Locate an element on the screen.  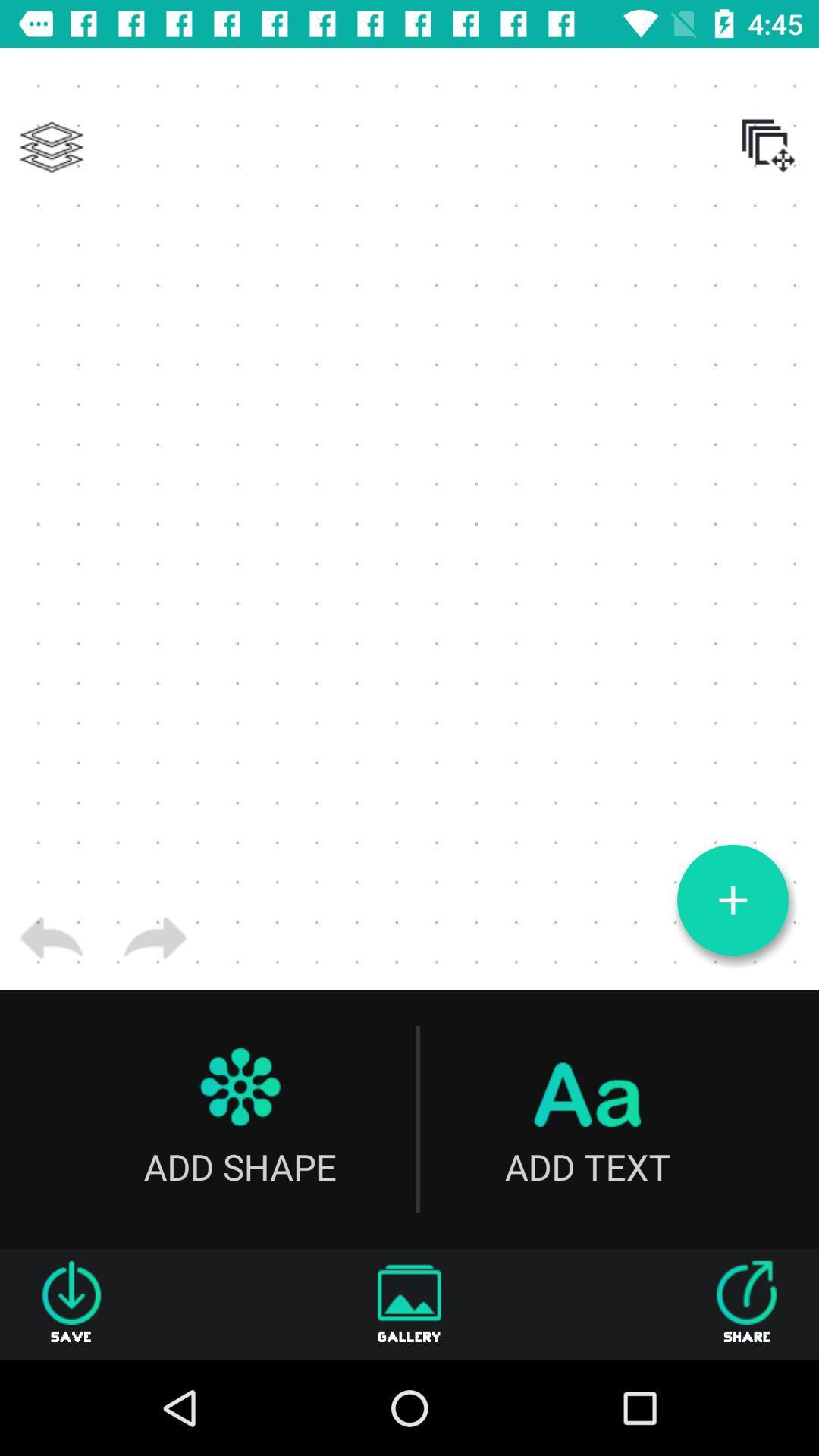
the layers icon is located at coordinates (51, 147).